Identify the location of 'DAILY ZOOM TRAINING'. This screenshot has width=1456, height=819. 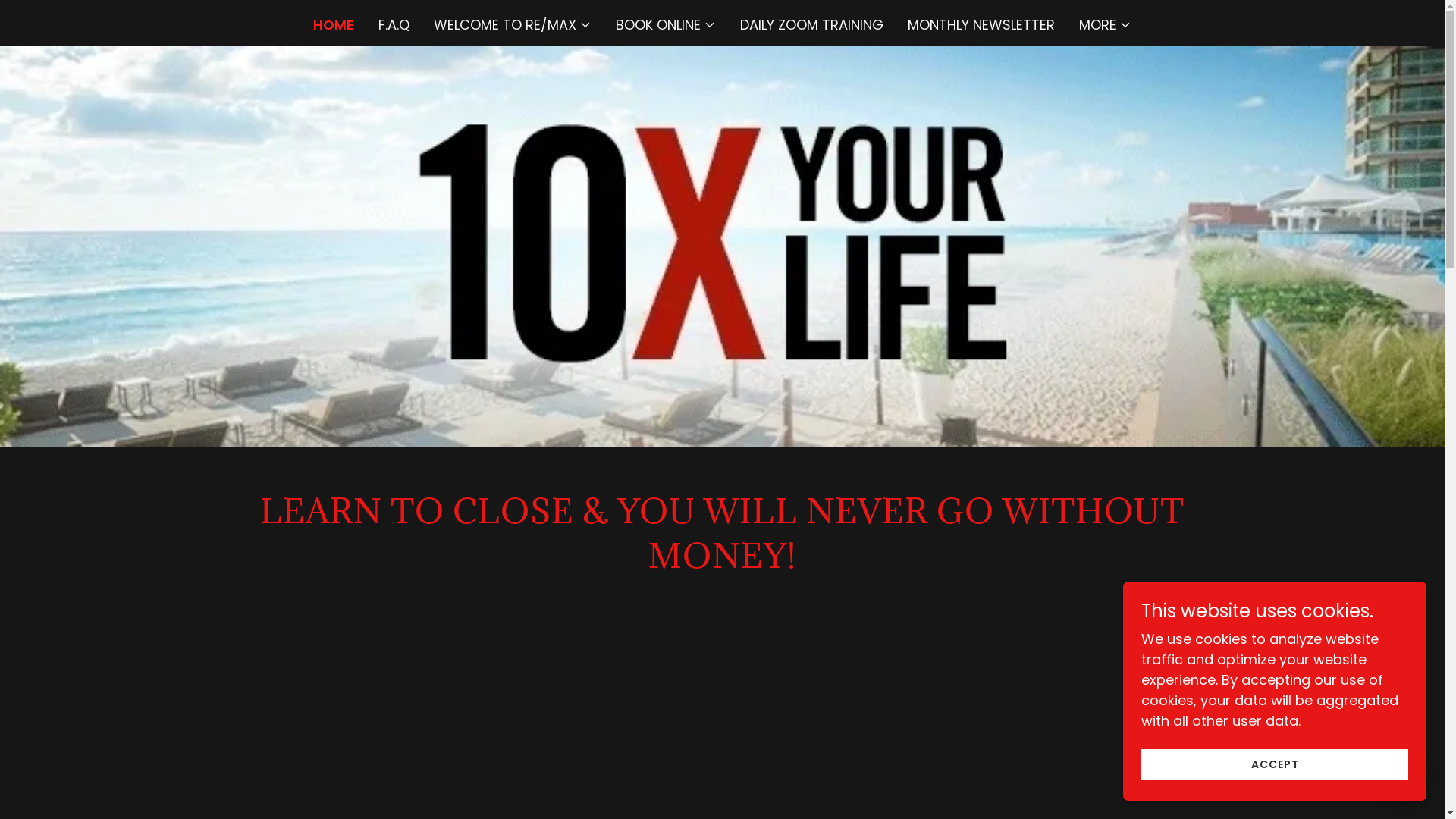
(811, 25).